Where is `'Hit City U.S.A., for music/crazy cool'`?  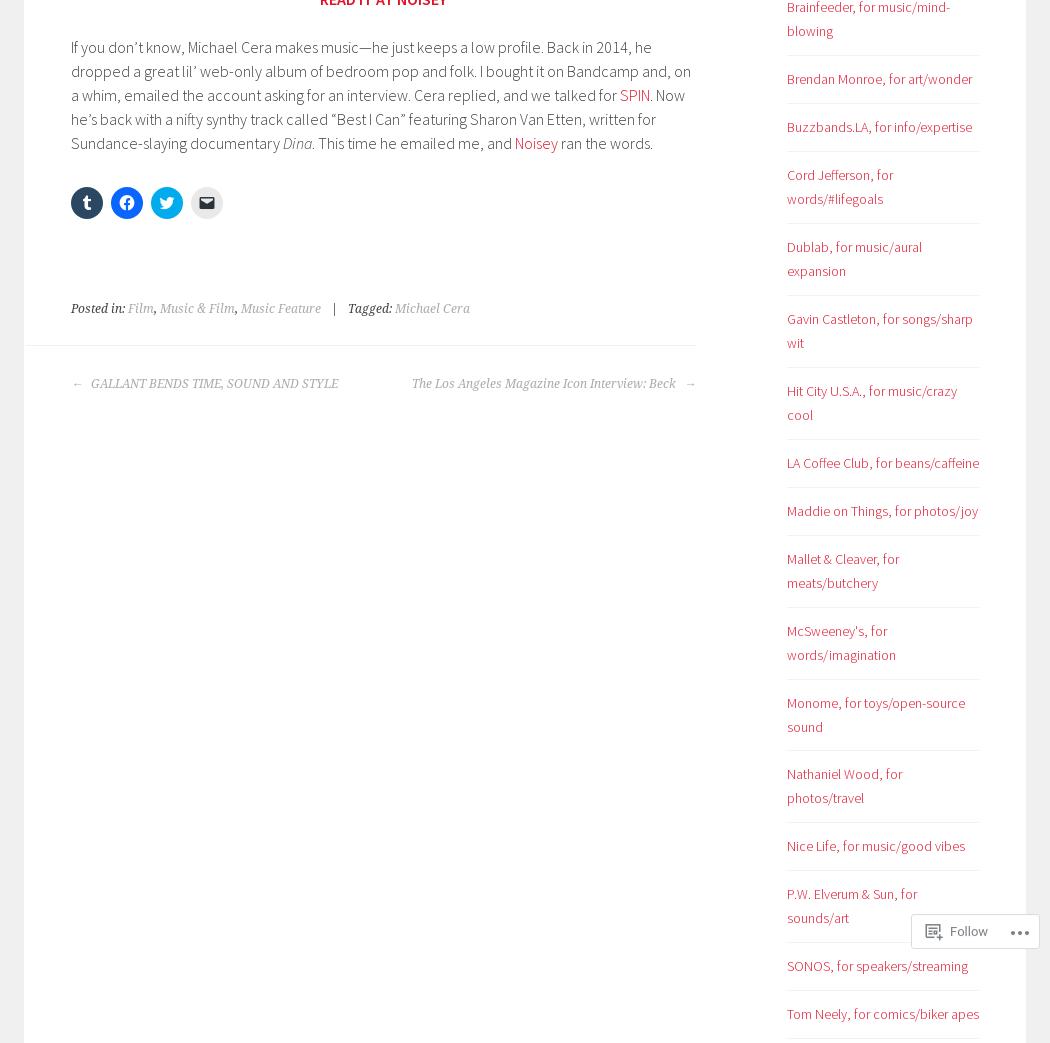
'Hit City U.S.A., for music/crazy cool' is located at coordinates (869, 401).